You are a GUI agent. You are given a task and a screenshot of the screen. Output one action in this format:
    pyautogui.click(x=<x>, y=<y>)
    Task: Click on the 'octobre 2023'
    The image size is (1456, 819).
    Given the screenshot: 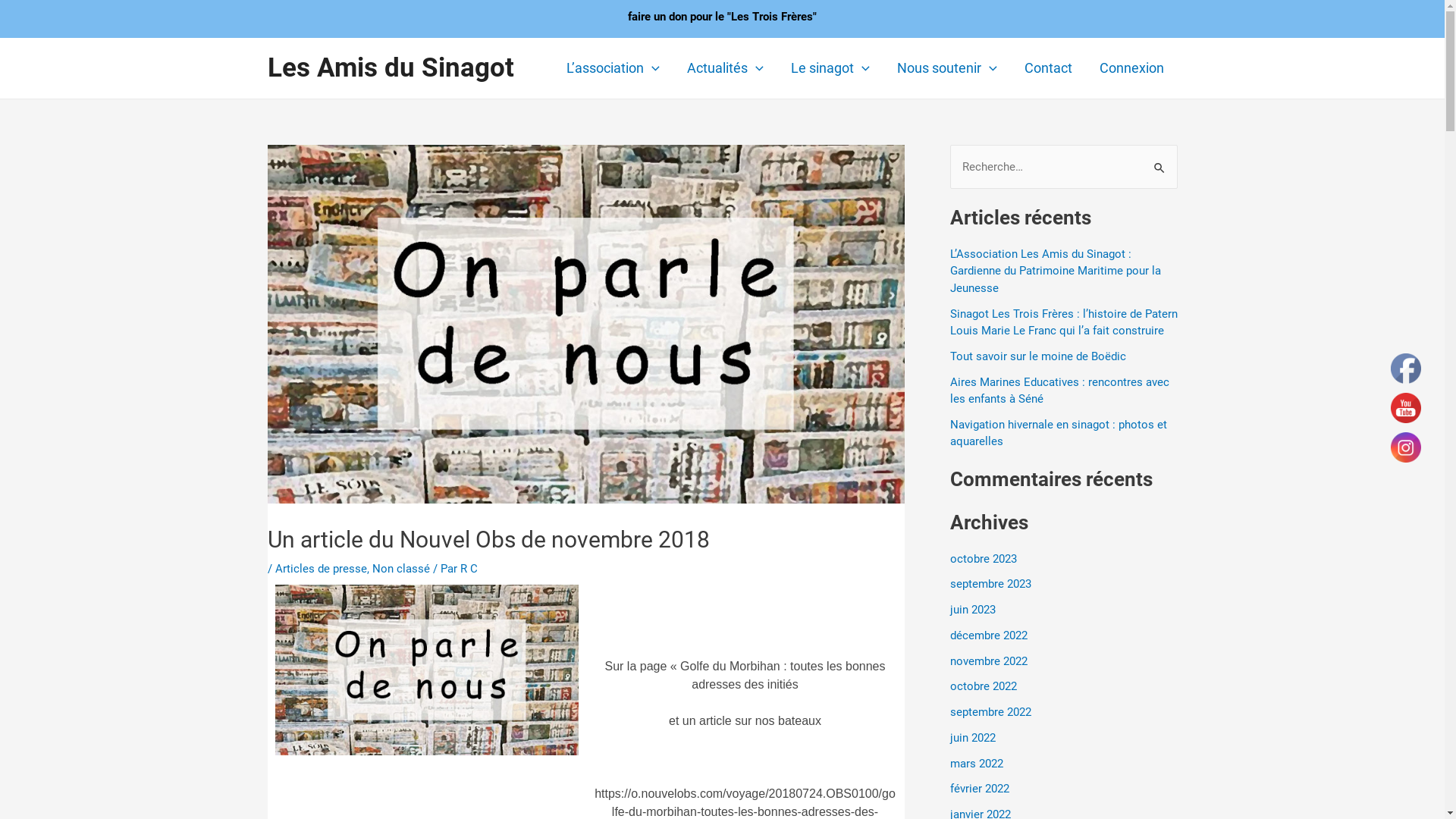 What is the action you would take?
    pyautogui.click(x=983, y=558)
    